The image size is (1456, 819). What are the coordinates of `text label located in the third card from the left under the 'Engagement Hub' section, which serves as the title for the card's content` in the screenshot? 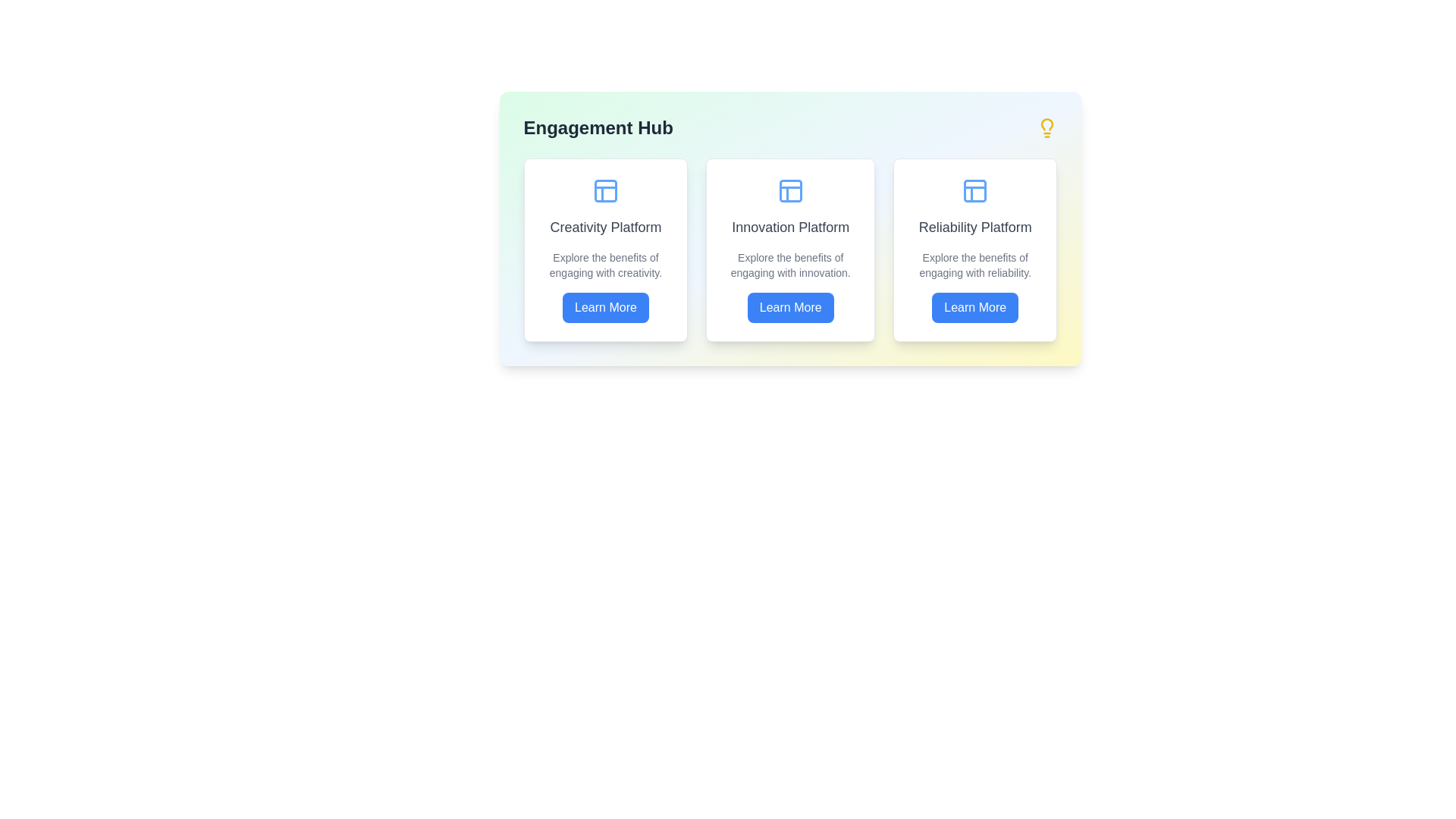 It's located at (975, 227).